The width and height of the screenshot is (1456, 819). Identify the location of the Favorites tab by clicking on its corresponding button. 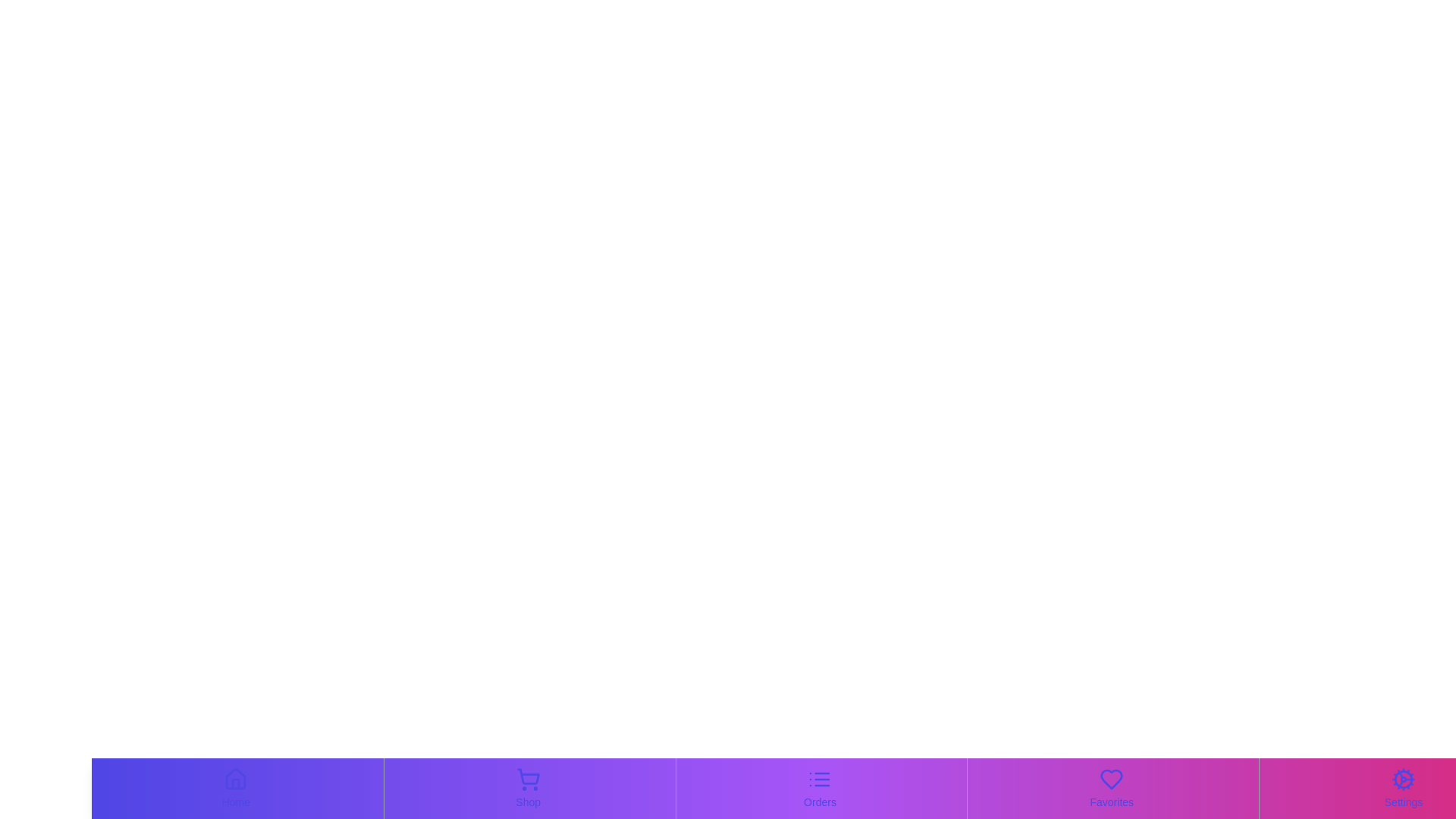
(1111, 788).